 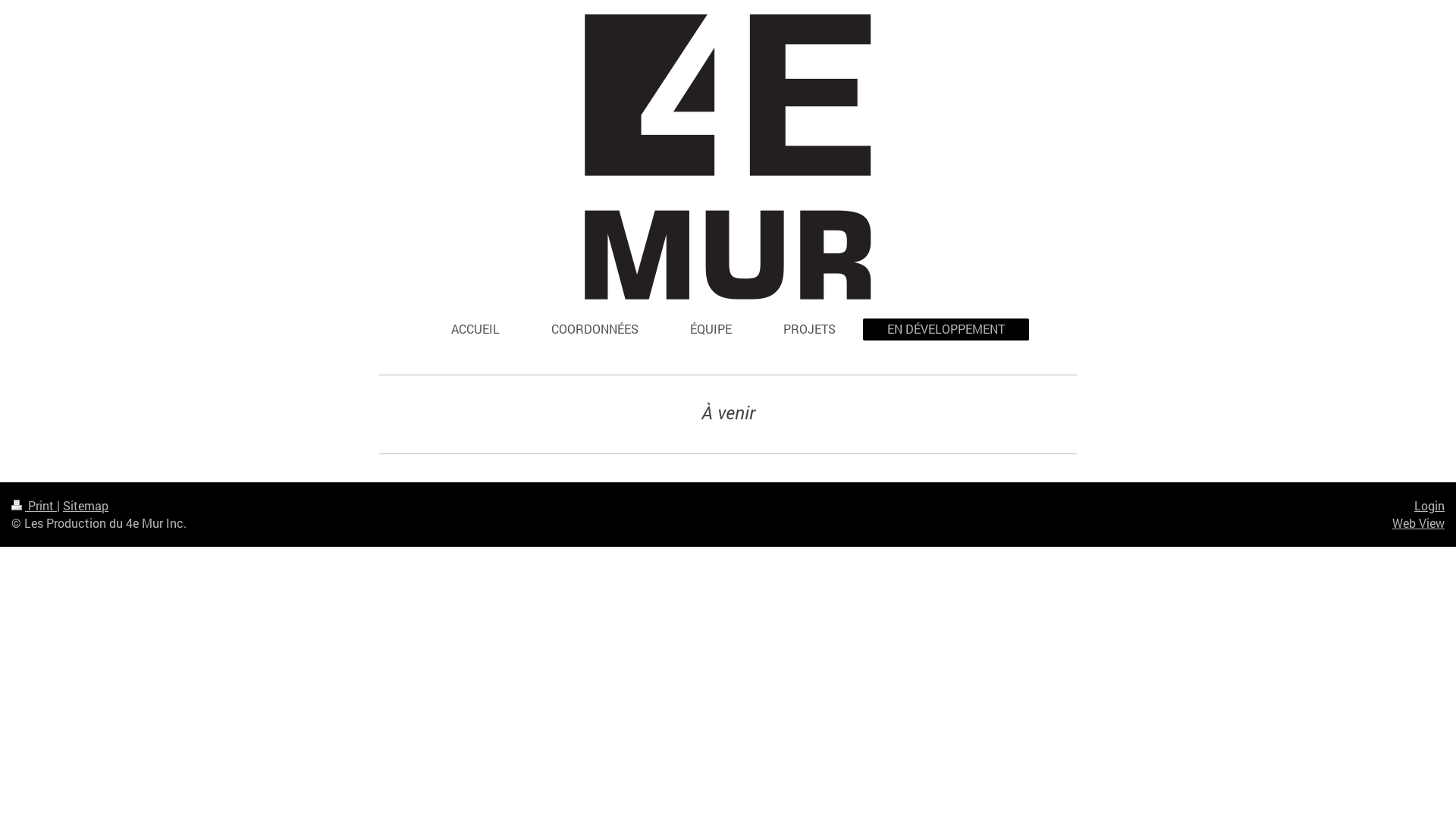 What do you see at coordinates (1417, 522) in the screenshot?
I see `'Web View'` at bounding box center [1417, 522].